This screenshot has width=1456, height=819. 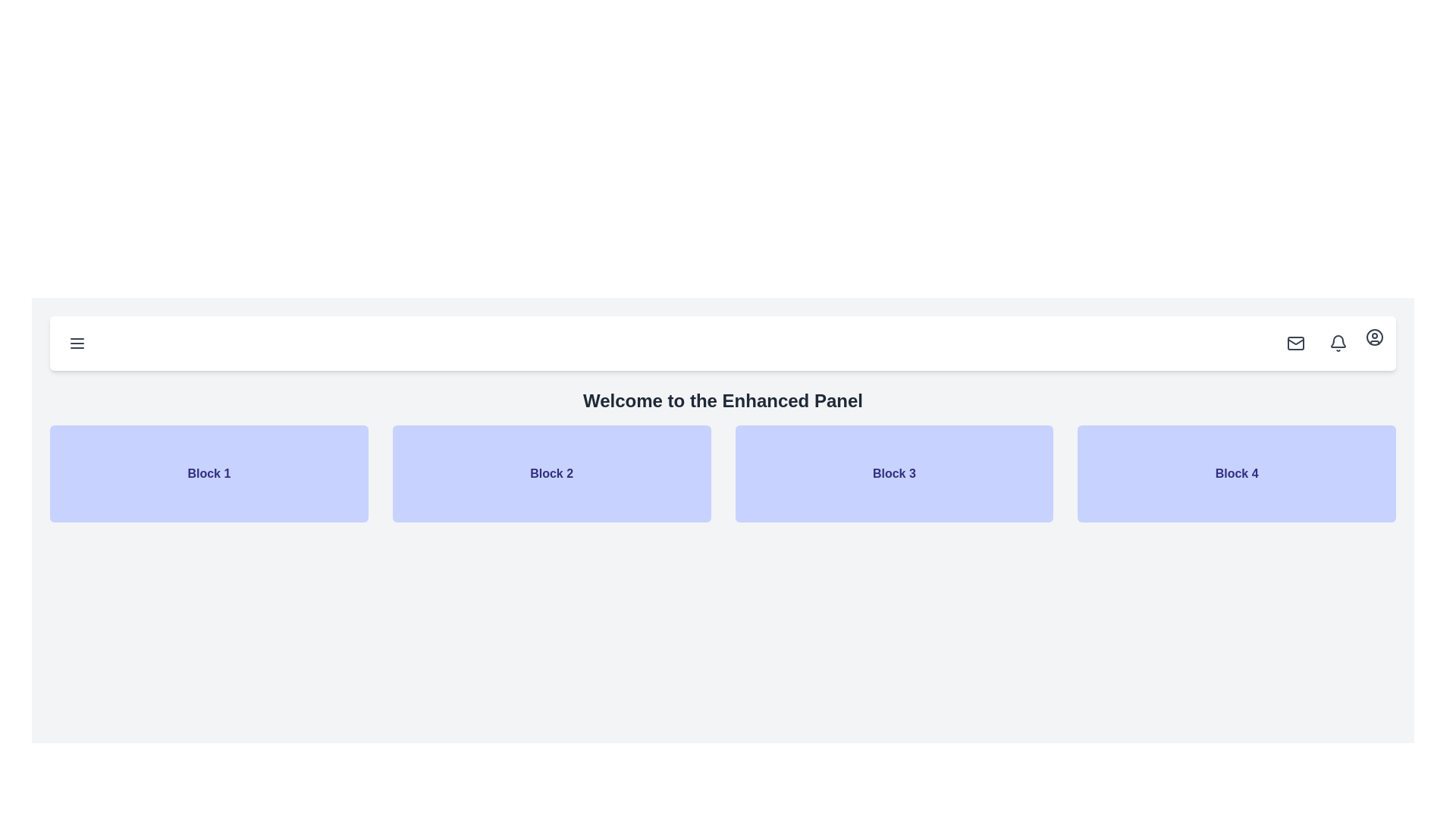 I want to click on the labeled block 'Block 3' with a light blue background, so click(x=894, y=472).